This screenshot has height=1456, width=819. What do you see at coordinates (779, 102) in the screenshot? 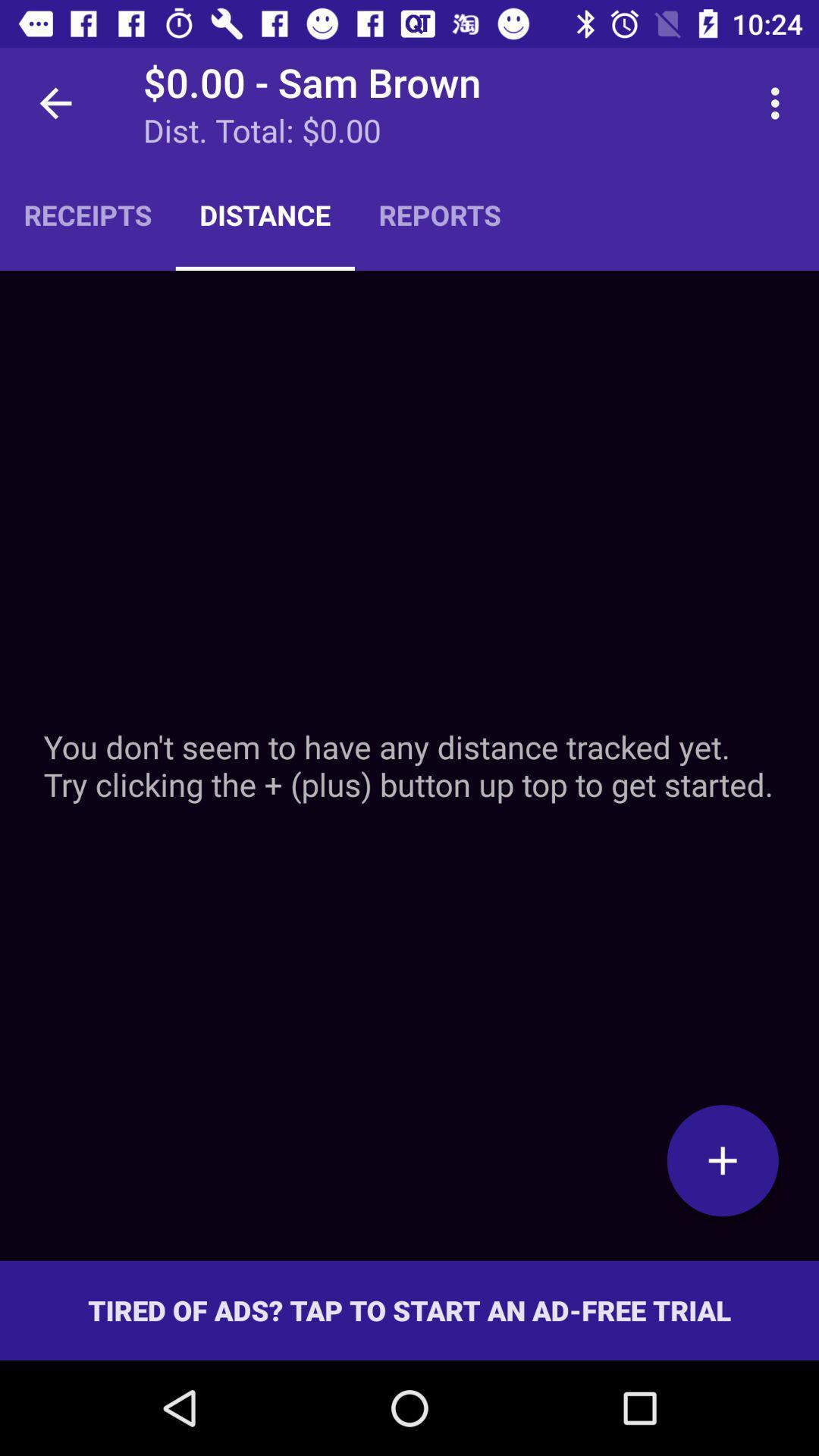
I see `item above the you don t icon` at bounding box center [779, 102].